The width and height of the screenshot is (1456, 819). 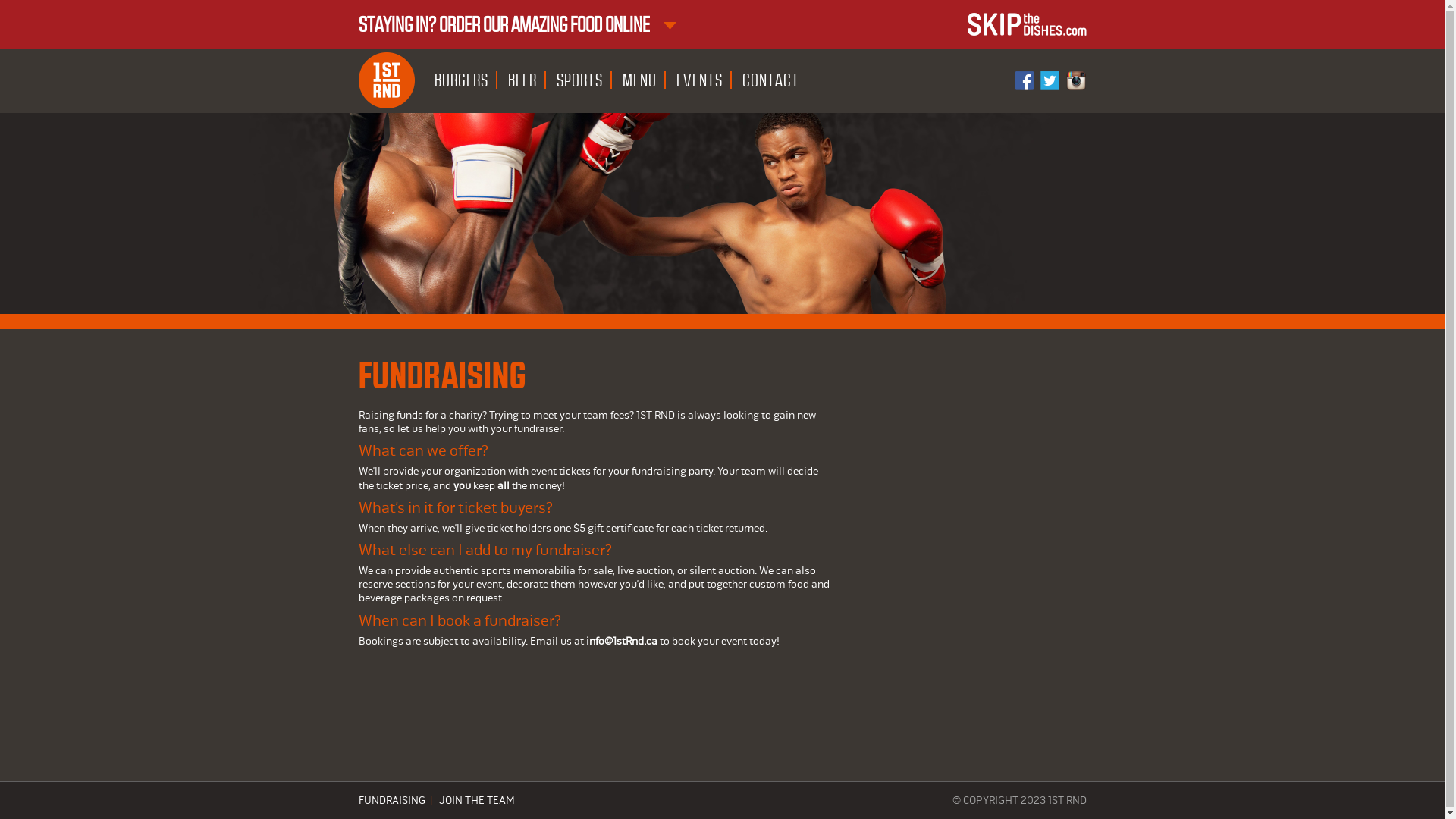 What do you see at coordinates (1074, 80) in the screenshot?
I see `'Instagram'` at bounding box center [1074, 80].